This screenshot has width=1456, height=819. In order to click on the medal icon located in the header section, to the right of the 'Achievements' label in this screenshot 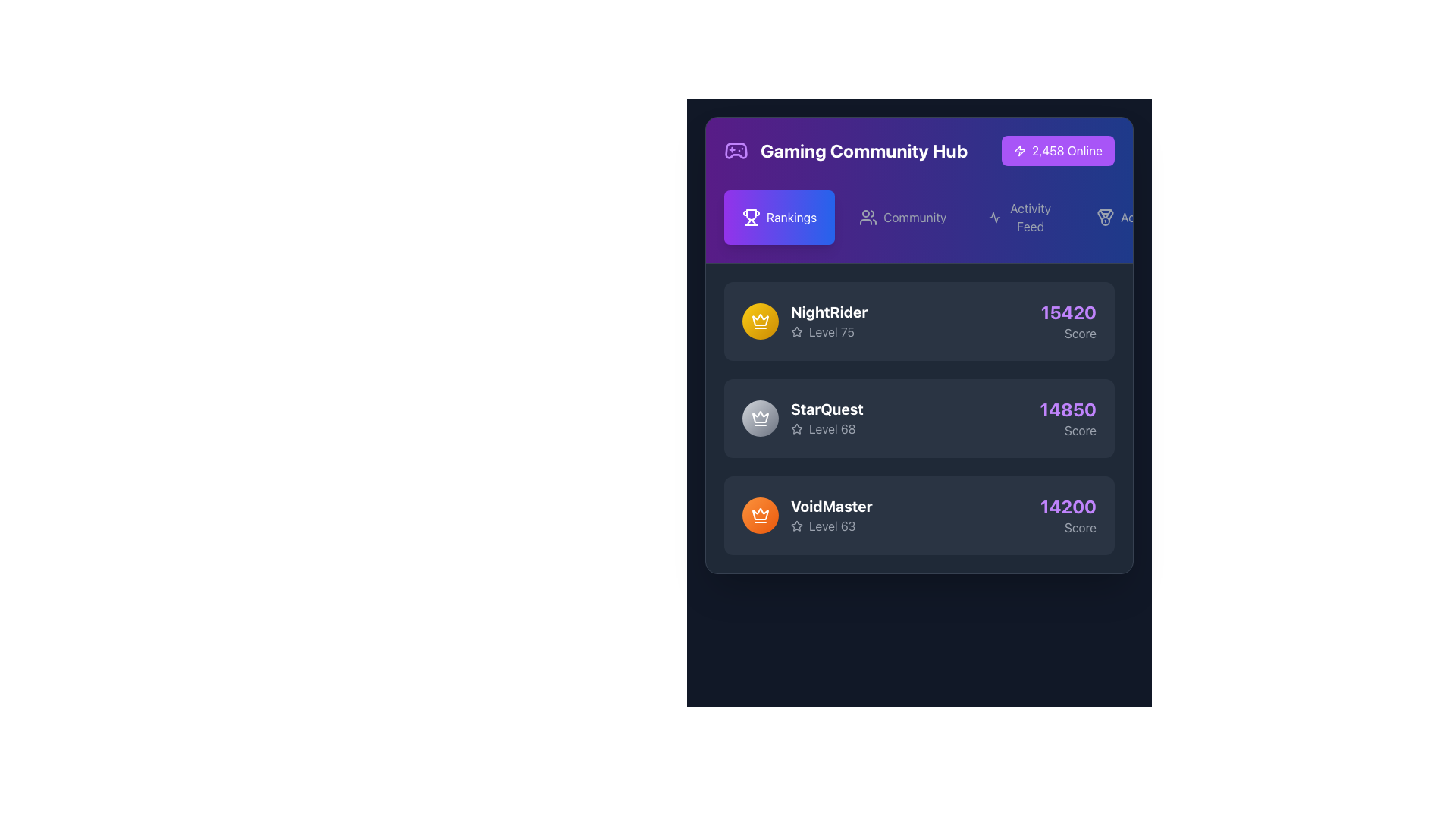, I will do `click(1106, 217)`.